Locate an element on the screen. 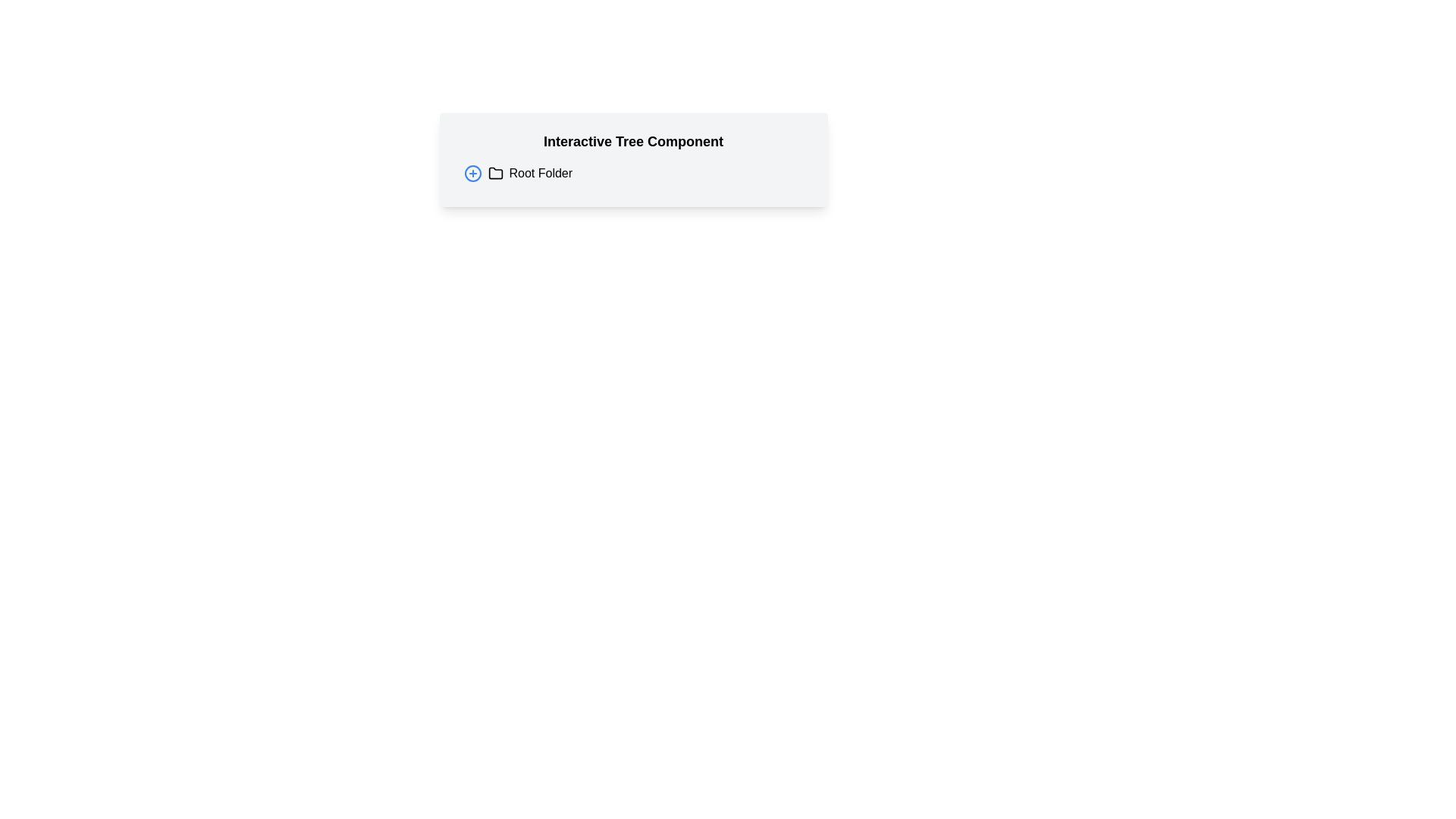 Image resolution: width=1456 pixels, height=819 pixels. the blue circular button with a plus sign located to the left of the 'Root Folder' text is located at coordinates (472, 172).